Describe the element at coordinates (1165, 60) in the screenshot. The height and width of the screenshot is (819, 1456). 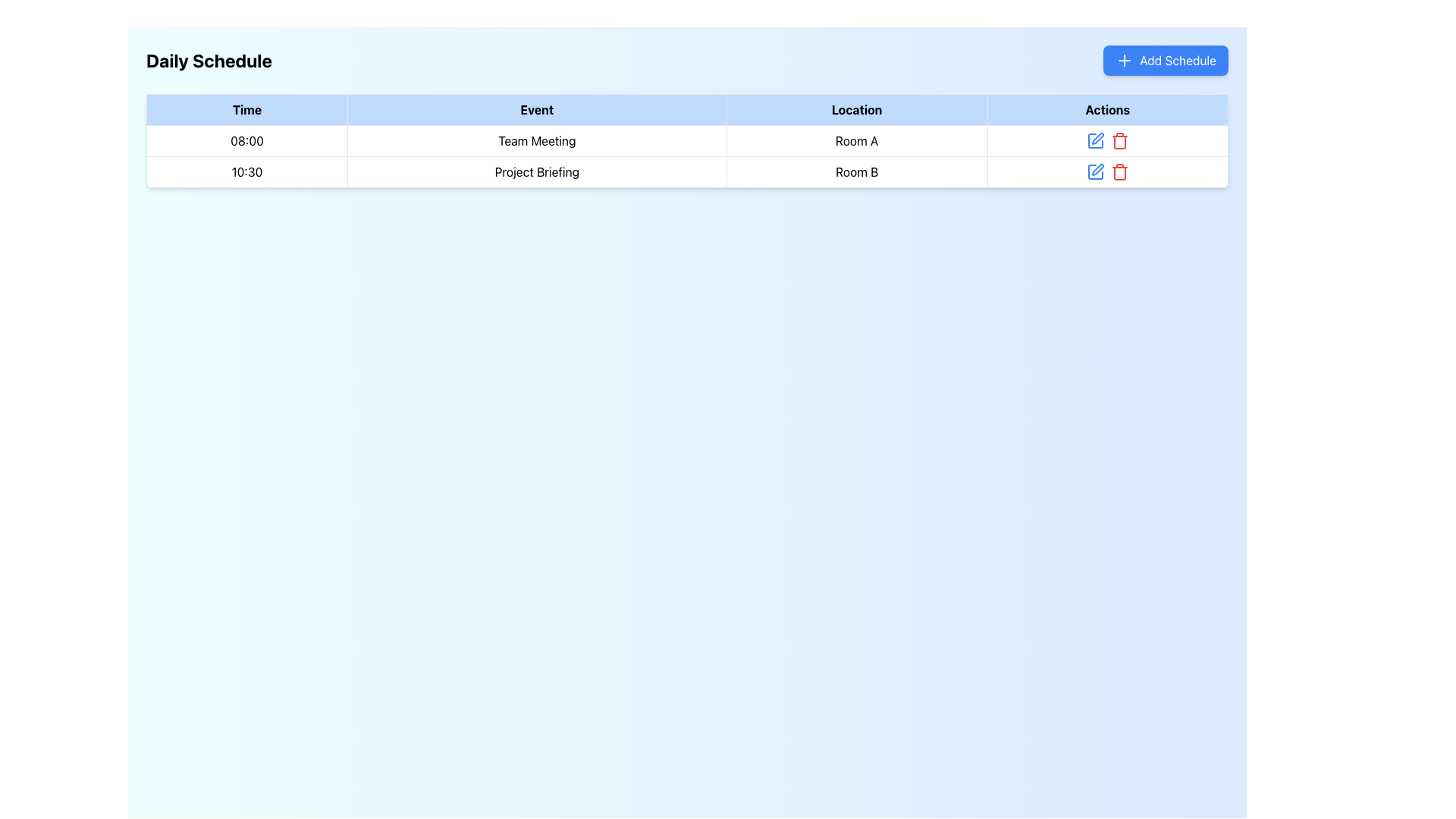
I see `the 'Add Schedule' button with a blue background and white text` at that location.